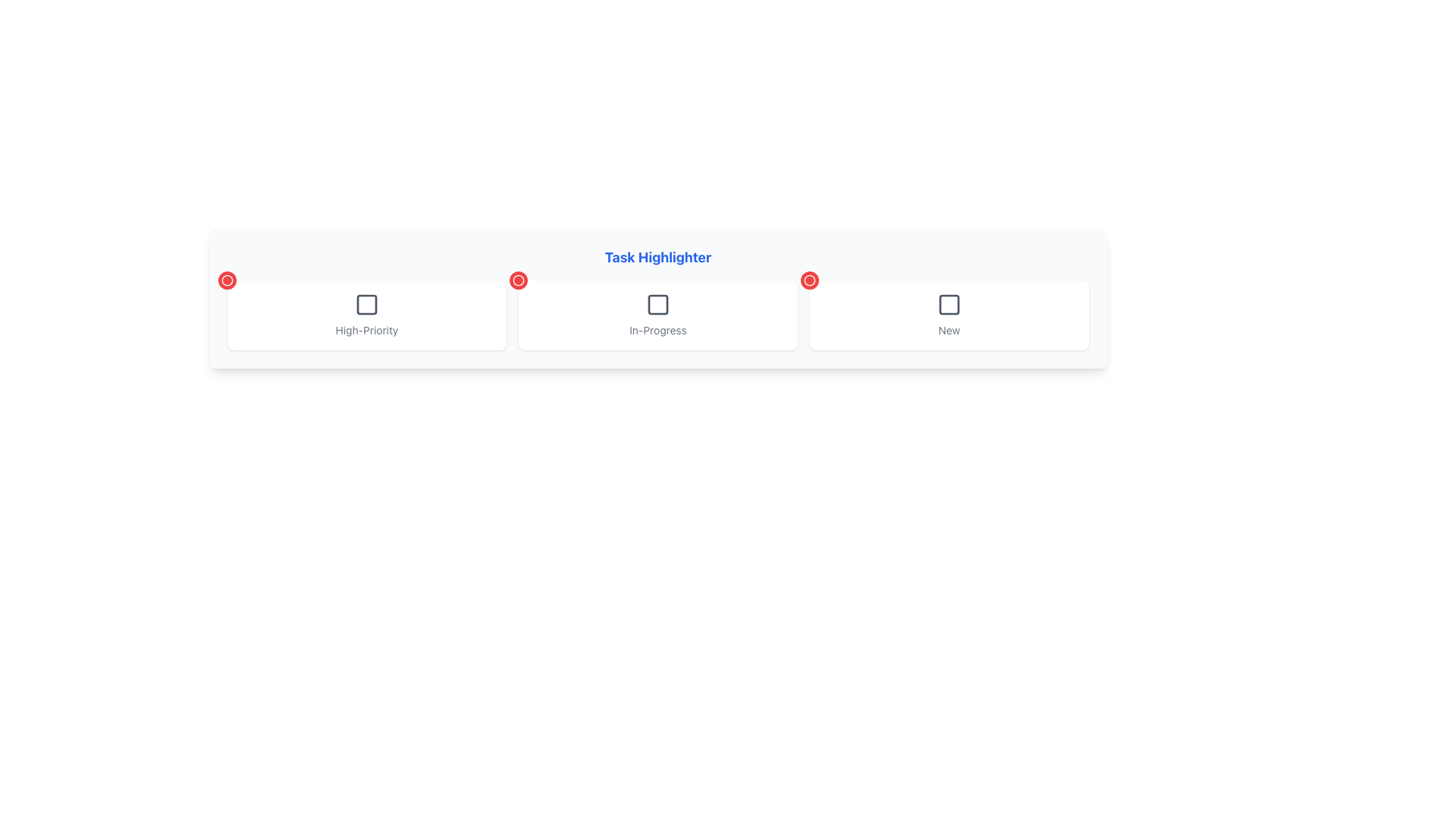  Describe the element at coordinates (367, 304) in the screenshot. I see `the Square icon with rounded corners located within the 'High Priority' section` at that location.